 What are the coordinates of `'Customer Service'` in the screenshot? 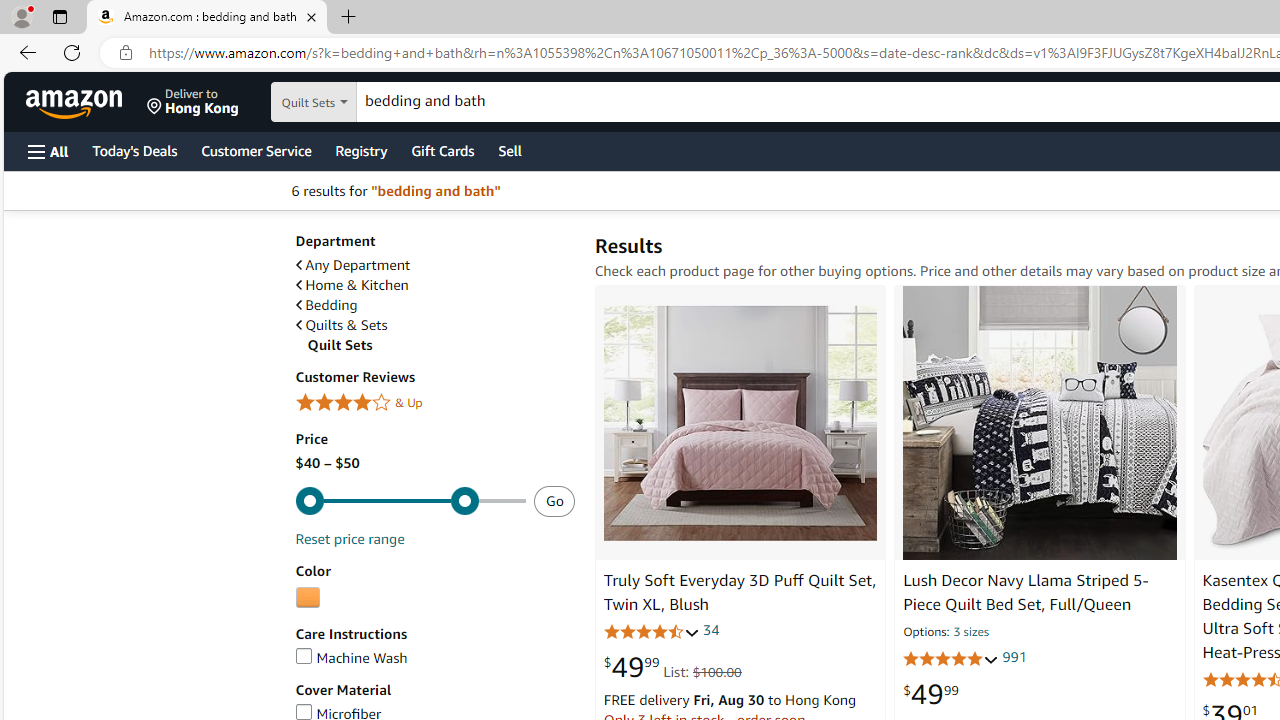 It's located at (255, 149).